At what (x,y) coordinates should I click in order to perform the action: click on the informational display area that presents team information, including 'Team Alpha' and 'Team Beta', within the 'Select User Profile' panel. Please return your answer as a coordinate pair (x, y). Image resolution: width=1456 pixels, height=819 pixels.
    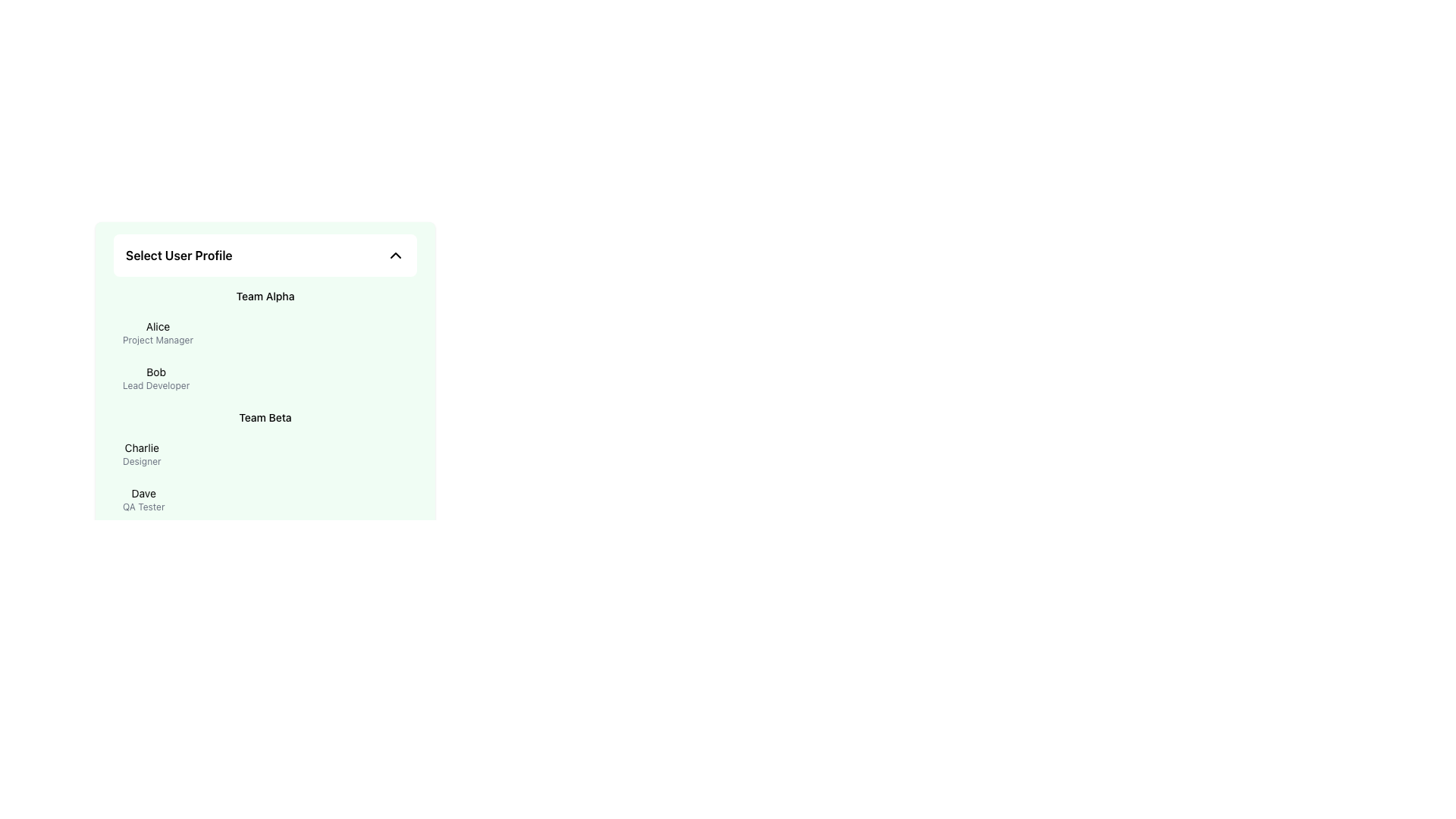
    Looking at the image, I should click on (265, 405).